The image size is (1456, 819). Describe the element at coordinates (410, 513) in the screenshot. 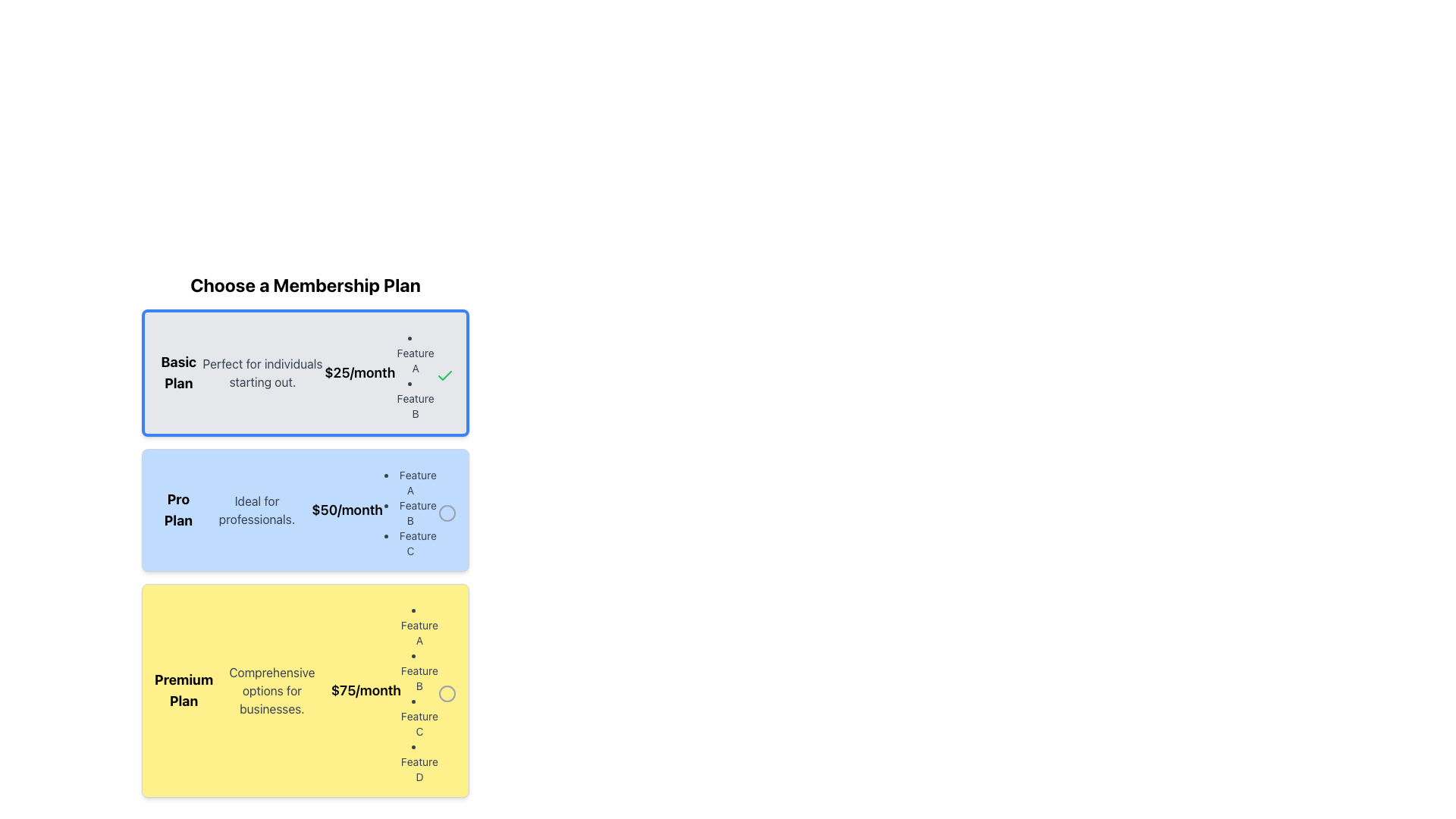

I see `features listed in the bulleted list located in the 'Pro Plan' section of the membership card, which includes 'Feature A', 'Feature B', and 'Feature C'` at that location.